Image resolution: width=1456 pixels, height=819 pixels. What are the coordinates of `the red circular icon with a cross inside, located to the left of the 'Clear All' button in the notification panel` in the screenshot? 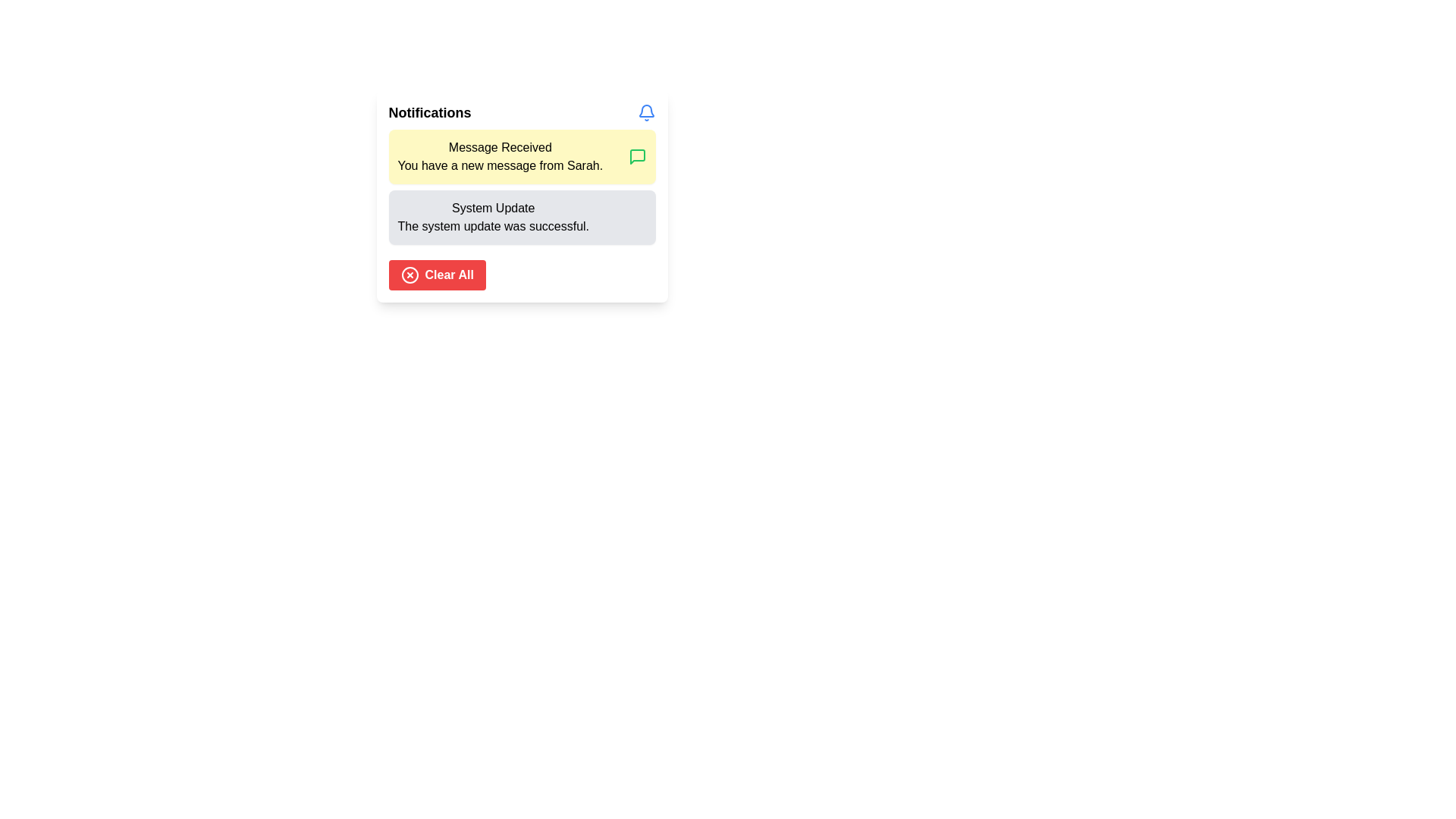 It's located at (409, 275).